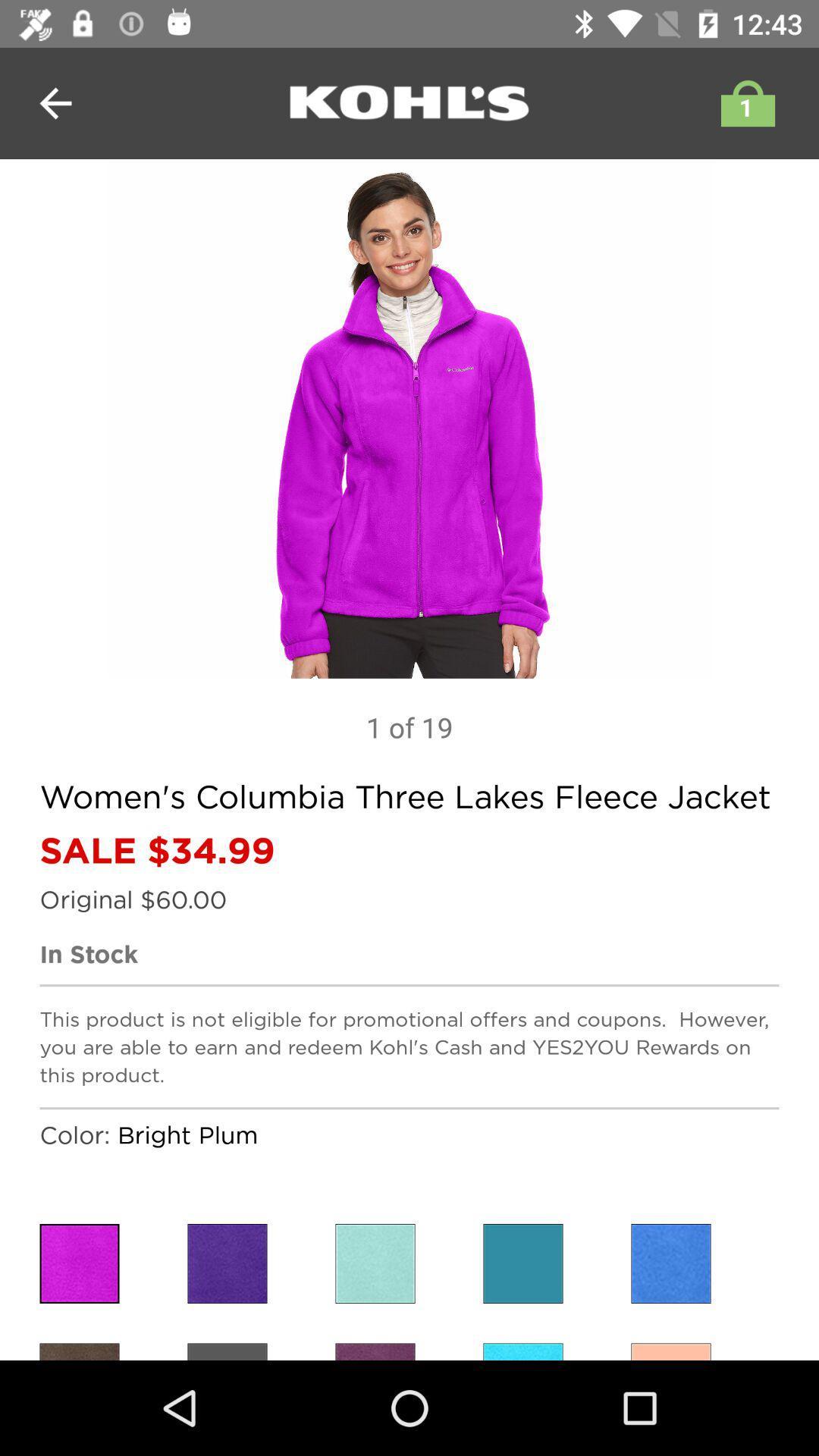 The height and width of the screenshot is (1456, 819). I want to click on choose bright plum, so click(227, 1263).